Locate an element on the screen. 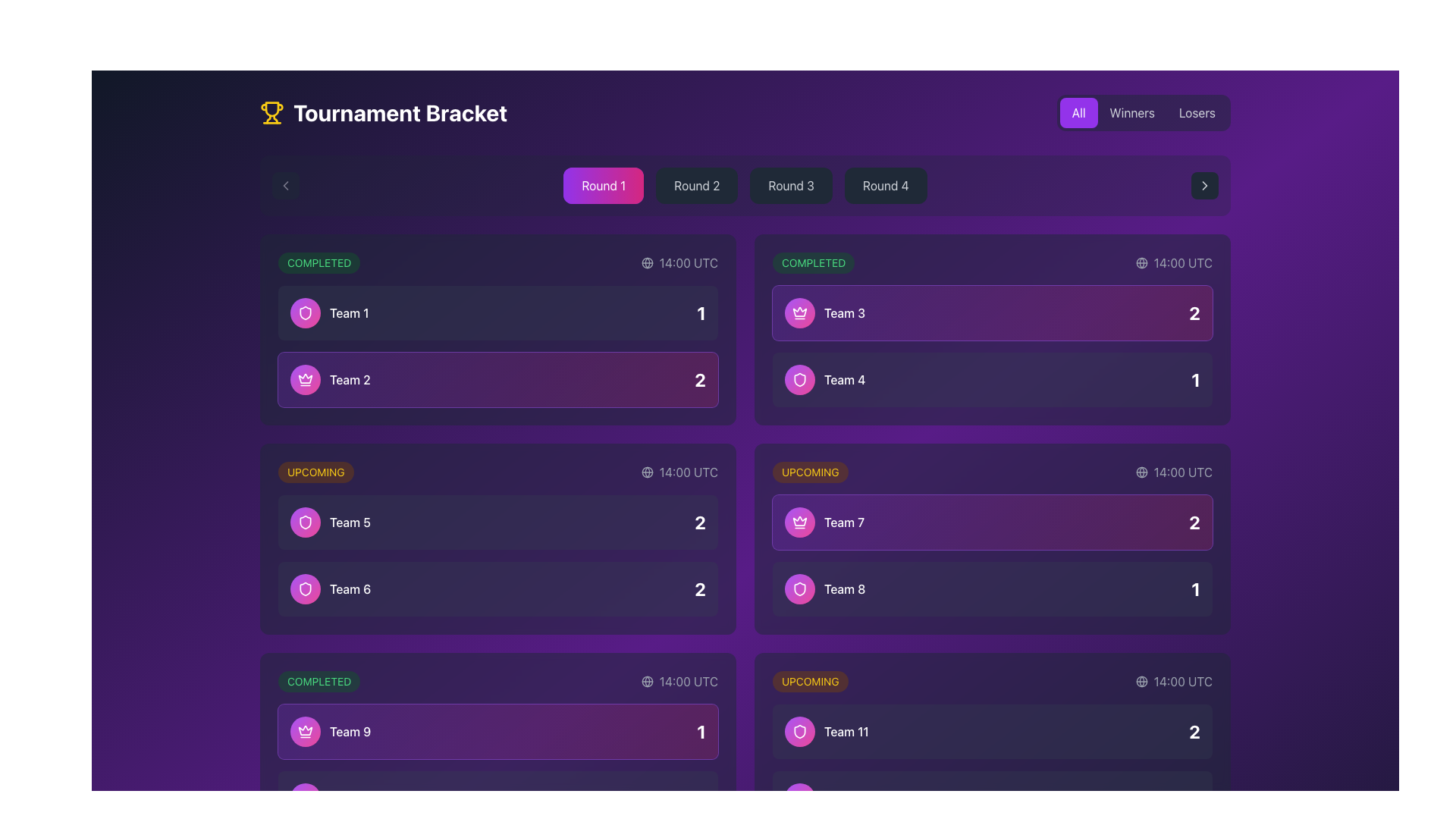 The height and width of the screenshot is (819, 1456). the Label with icon displaying '14:00 UTC', which is located in the lower-mid right section of the UI, next to a globe icon is located at coordinates (1173, 472).